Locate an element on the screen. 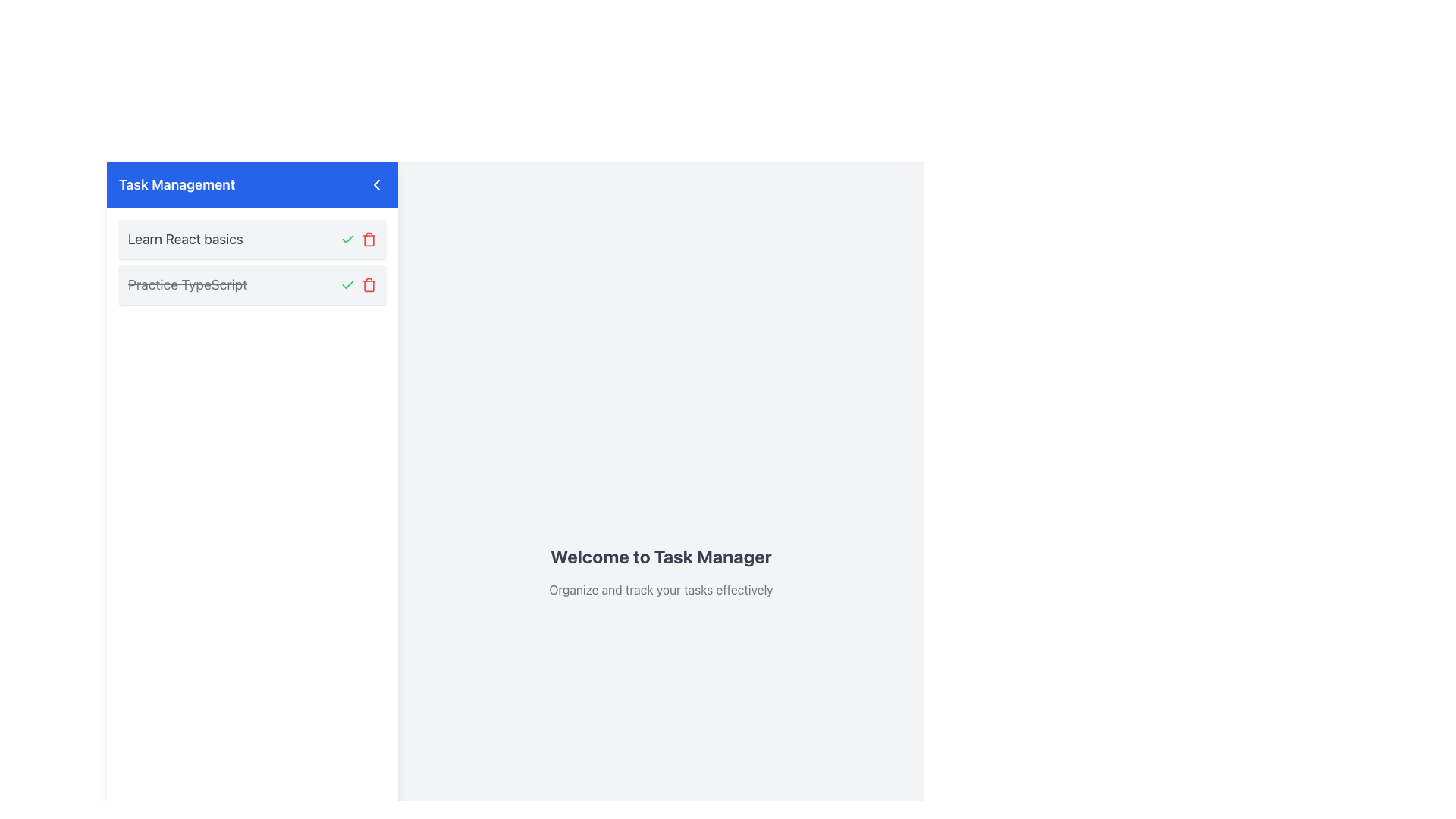 This screenshot has width=1456, height=819. the completed task labeled 'Practice TypeScript' in the 'Task Management' list is located at coordinates (252, 284).